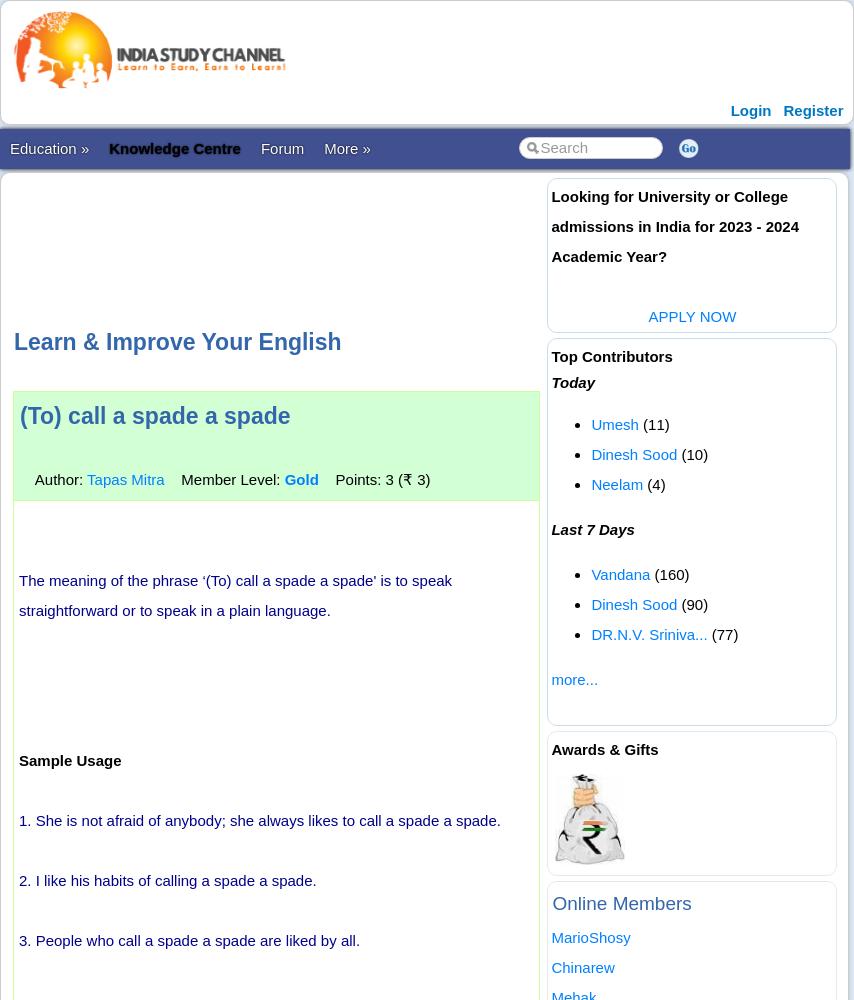 The height and width of the screenshot is (1000, 854). Describe the element at coordinates (235, 594) in the screenshot. I see `'The meaning of the phrase ‘(To) call a spade a spade' is to speak straightforward or to speak in a plain language.'` at that location.